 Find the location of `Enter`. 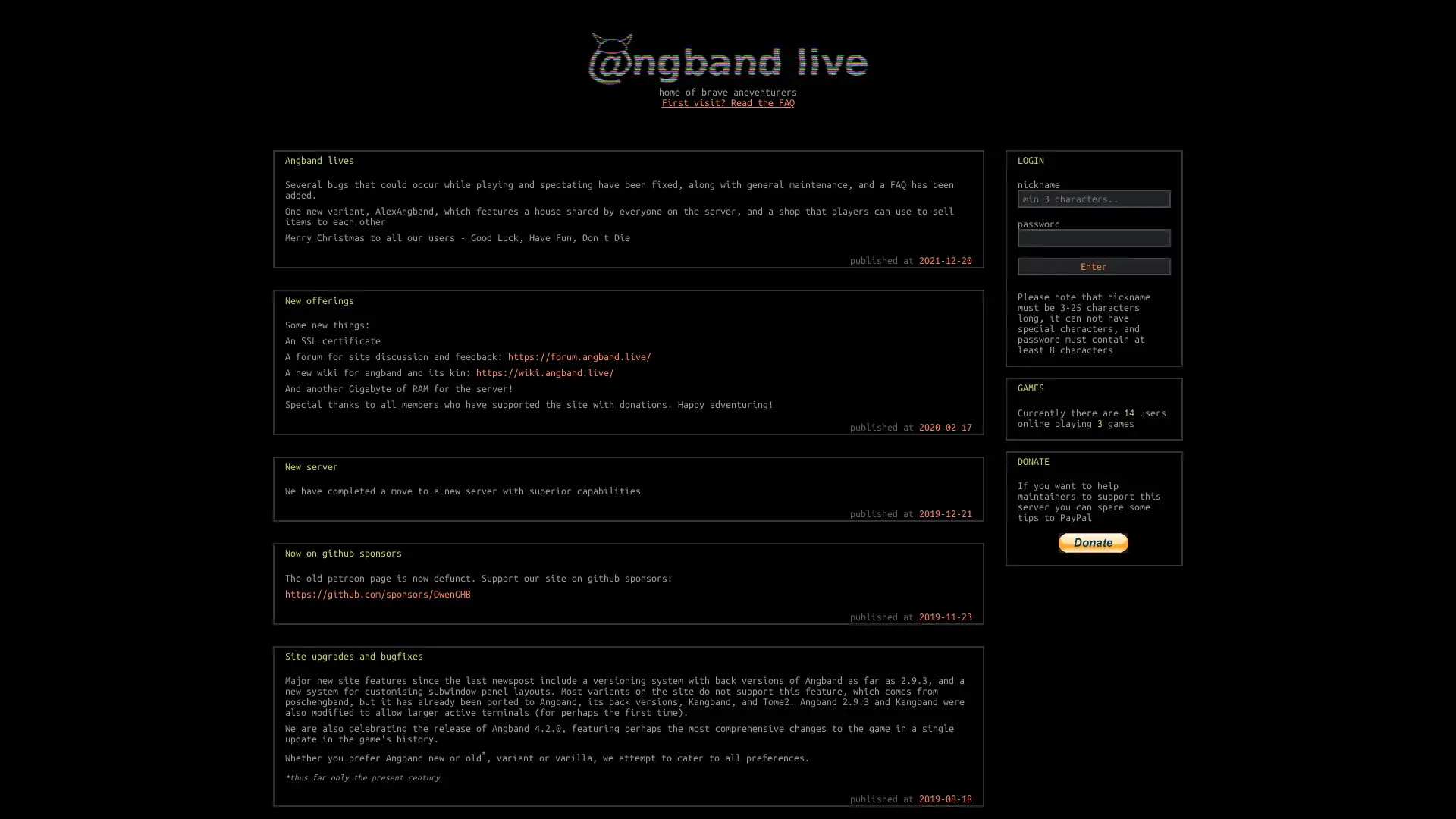

Enter is located at coordinates (1094, 265).